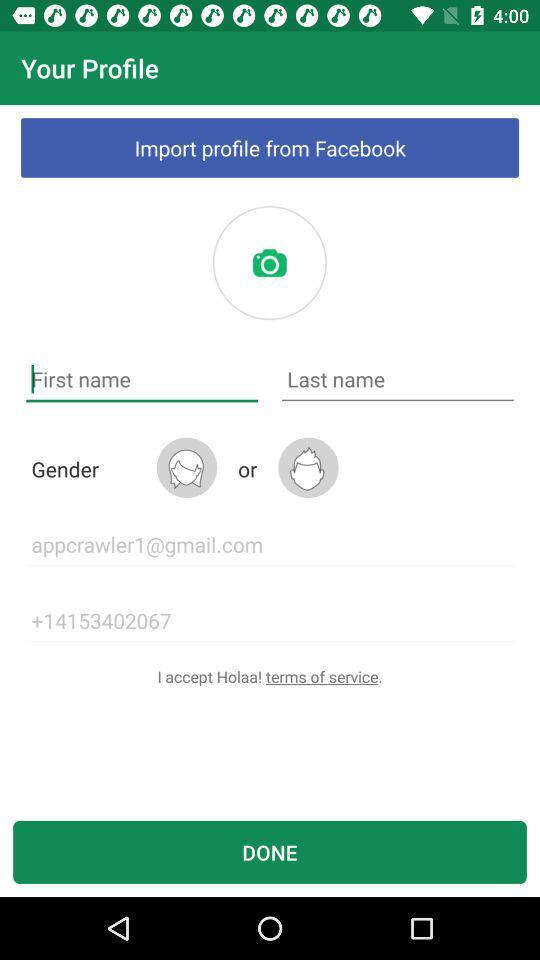  I want to click on item on the right, so click(397, 378).